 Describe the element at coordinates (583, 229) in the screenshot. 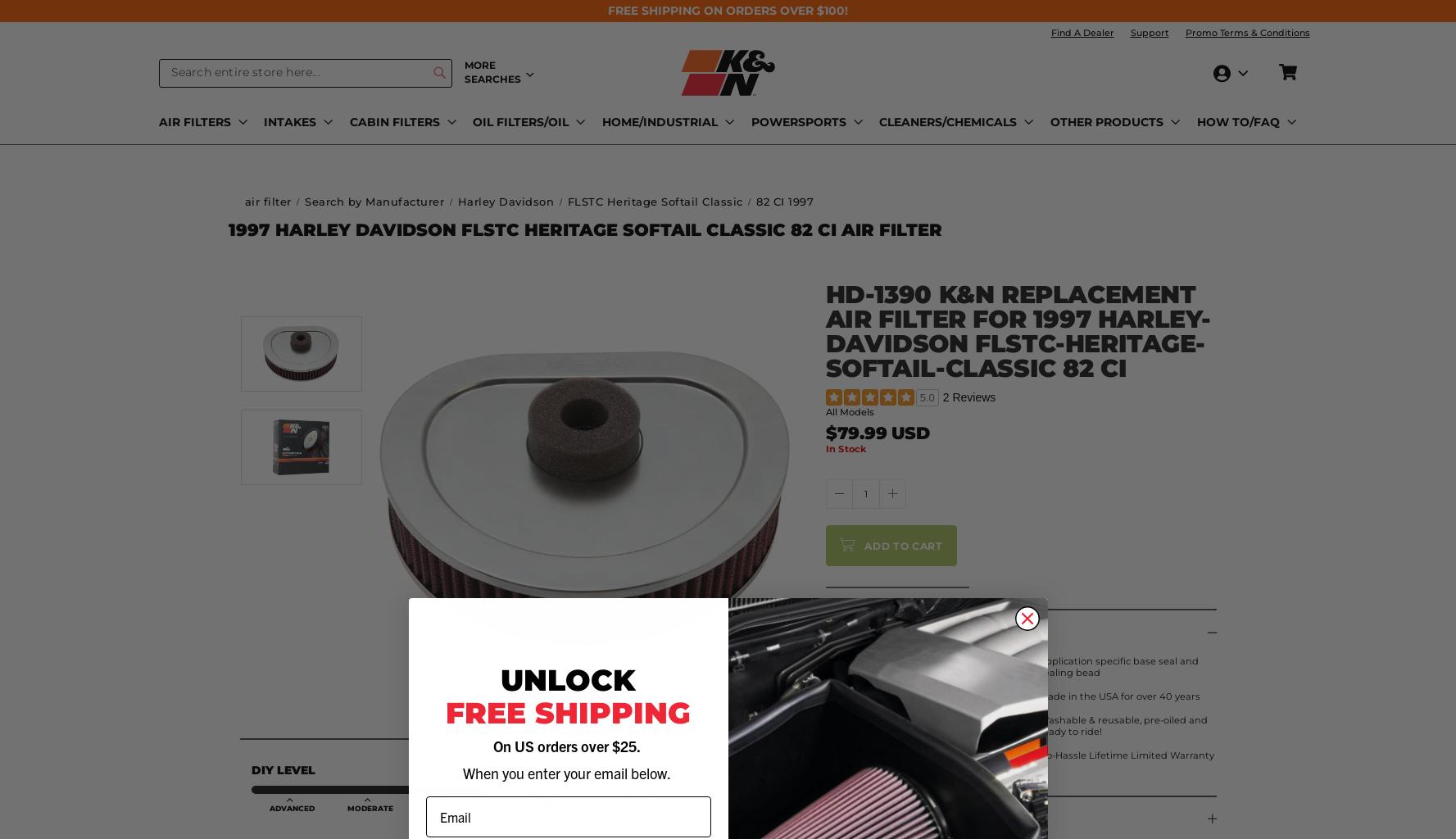

I see `'1997 Harley Davidson FLSTC Heritage Softail Classic 82 CI Air Filter'` at that location.